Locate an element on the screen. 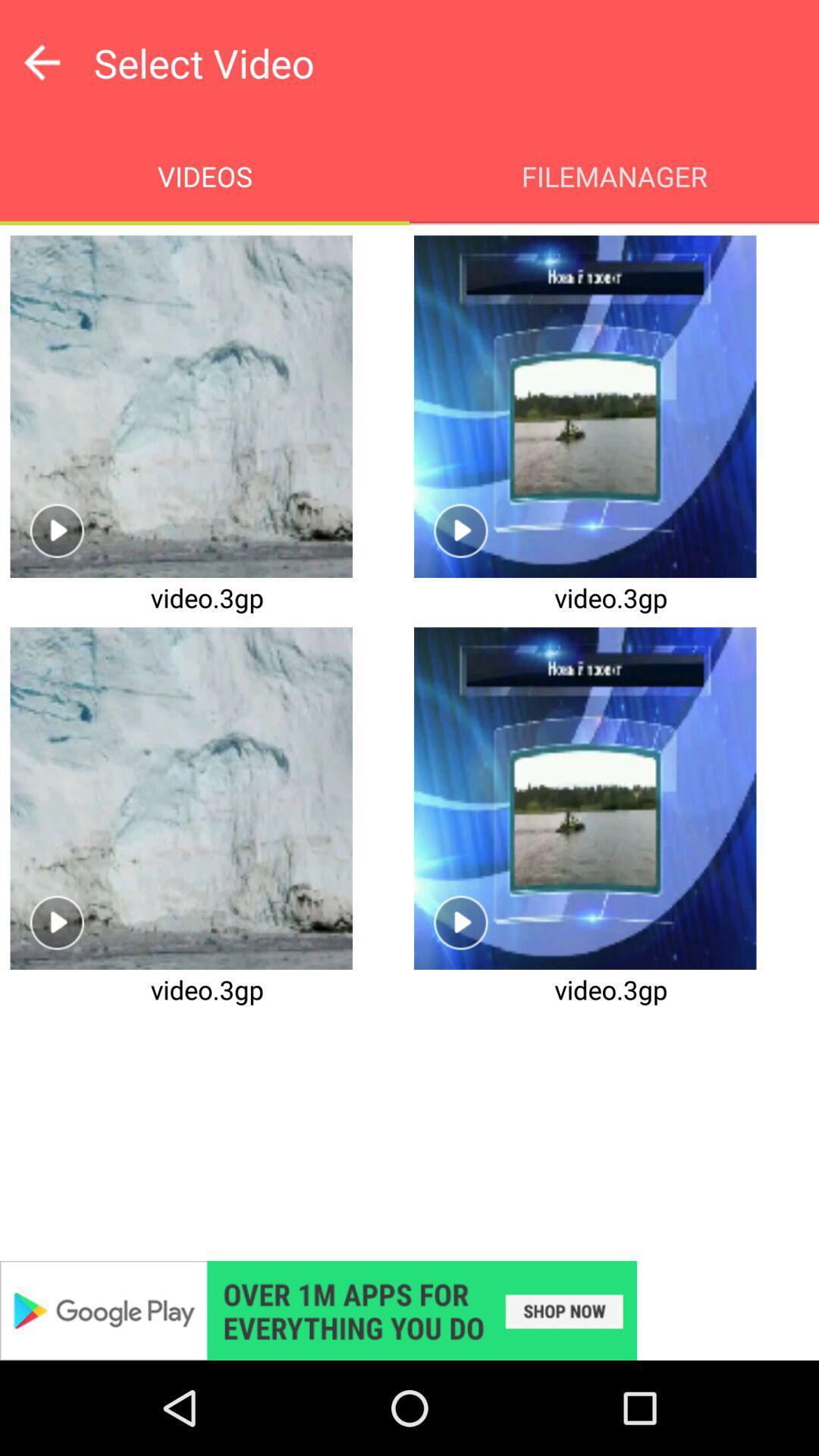 Image resolution: width=819 pixels, height=1456 pixels. google play over 1m apps for everthing you do shop now is located at coordinates (409, 1310).